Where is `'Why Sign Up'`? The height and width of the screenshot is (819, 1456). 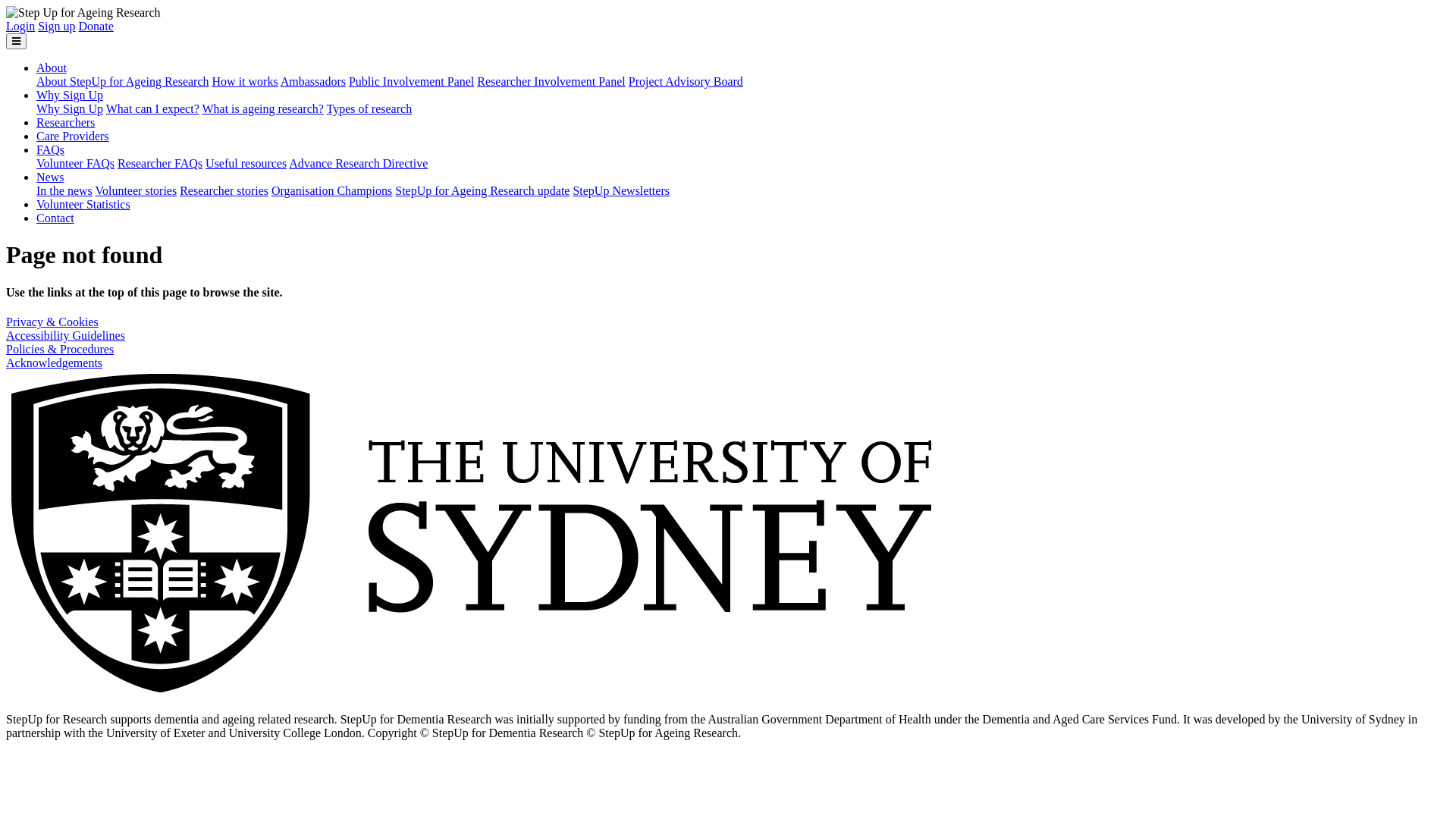
'Why Sign Up' is located at coordinates (68, 108).